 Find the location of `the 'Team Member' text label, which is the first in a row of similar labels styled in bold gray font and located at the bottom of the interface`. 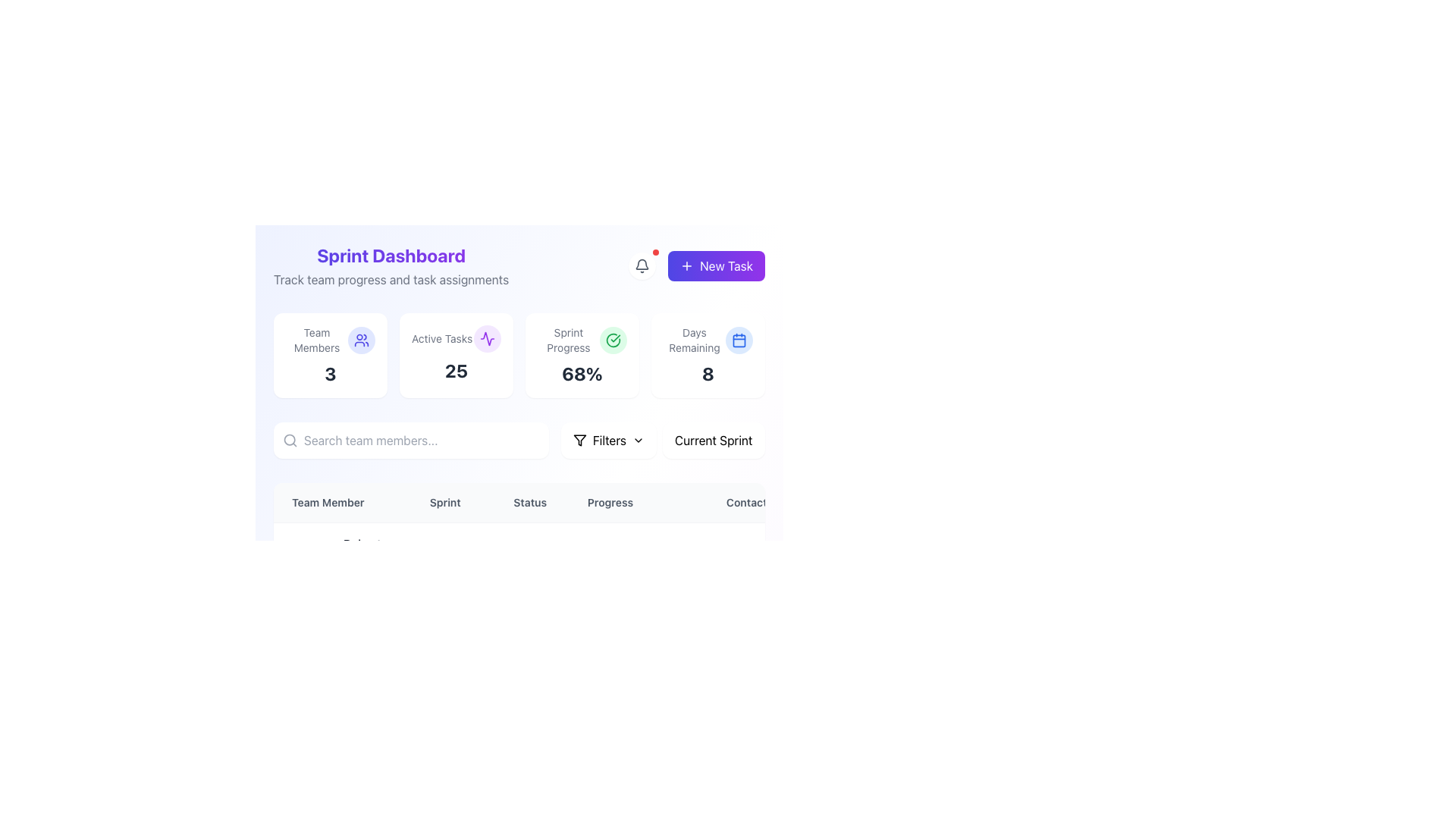

the 'Team Member' text label, which is the first in a row of similar labels styled in bold gray font and located at the bottom of the interface is located at coordinates (341, 503).